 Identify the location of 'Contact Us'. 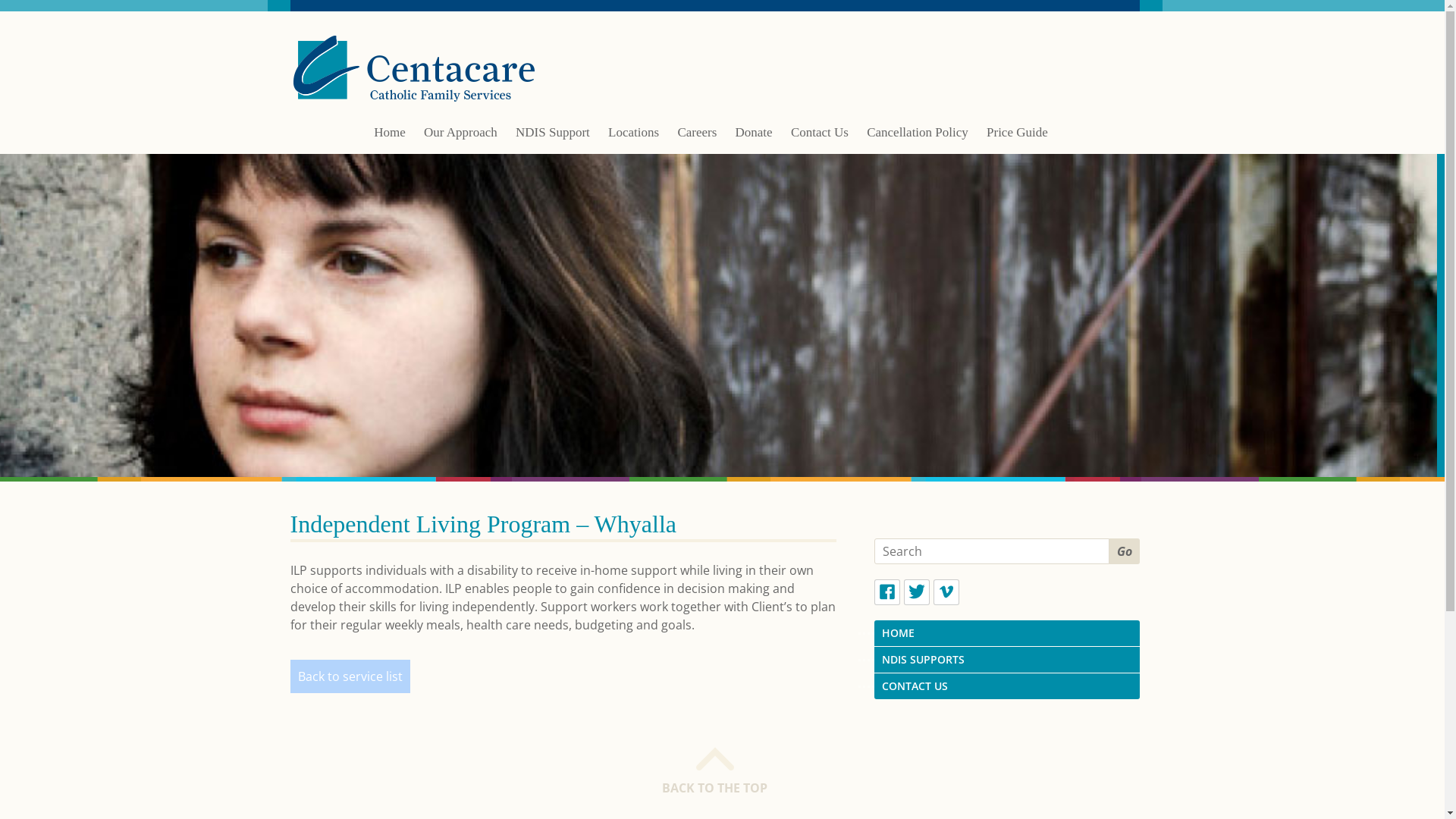
(818, 140).